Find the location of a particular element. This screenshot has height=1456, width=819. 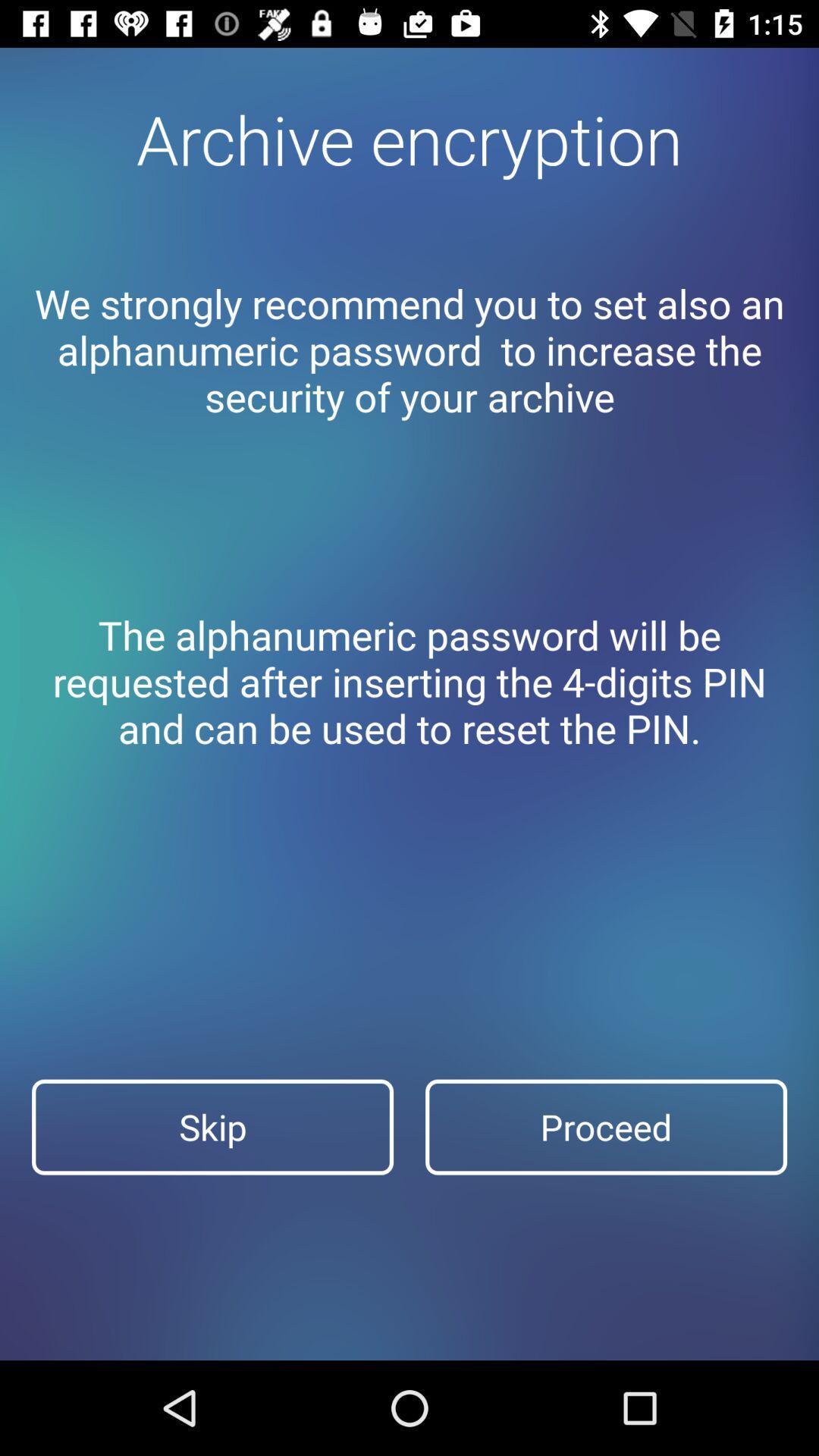

skip icon is located at coordinates (212, 1127).